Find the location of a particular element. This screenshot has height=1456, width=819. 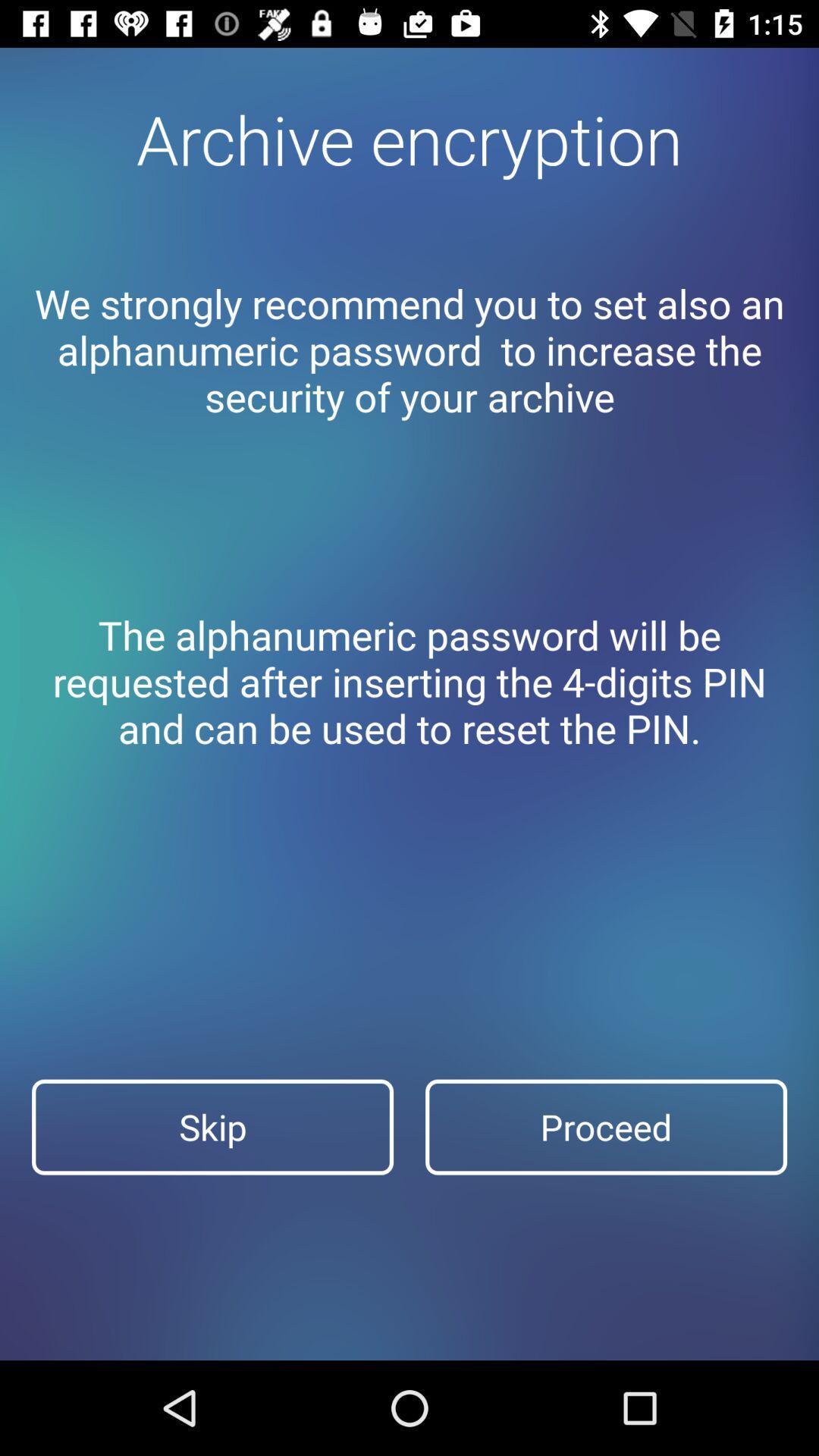

skip icon is located at coordinates (212, 1127).